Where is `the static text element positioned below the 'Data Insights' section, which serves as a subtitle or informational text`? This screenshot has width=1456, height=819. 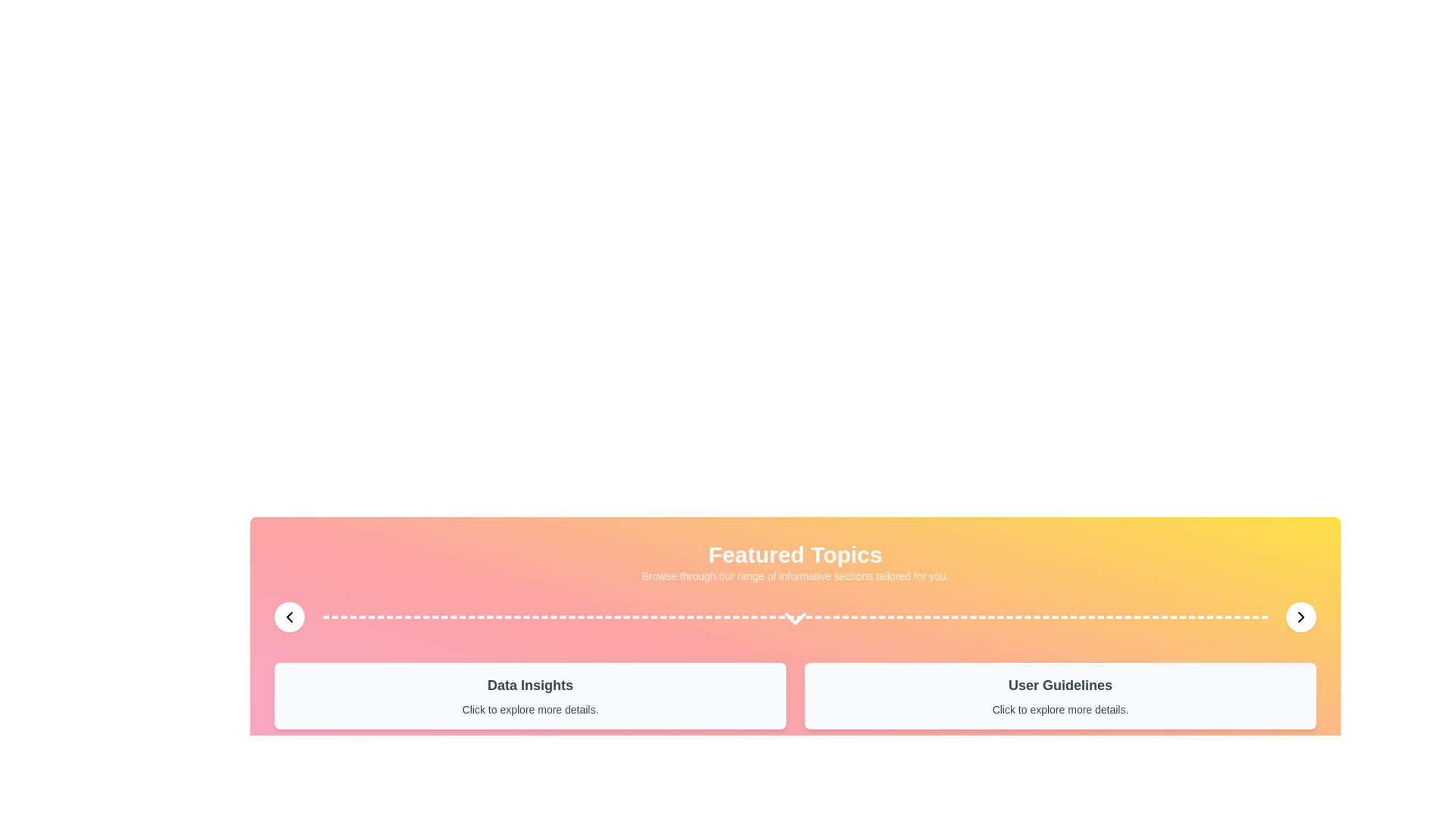 the static text element positioned below the 'Data Insights' section, which serves as a subtitle or informational text is located at coordinates (530, 710).